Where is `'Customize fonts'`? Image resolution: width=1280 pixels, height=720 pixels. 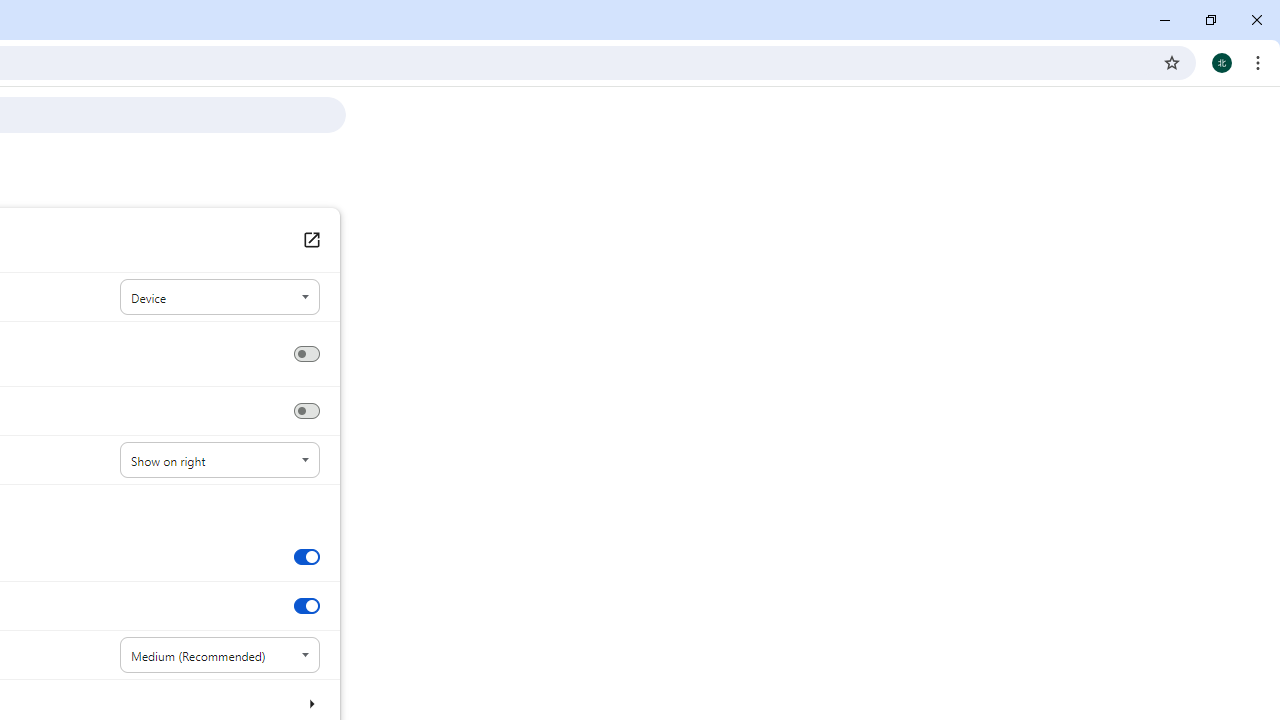
'Customize fonts' is located at coordinates (310, 702).